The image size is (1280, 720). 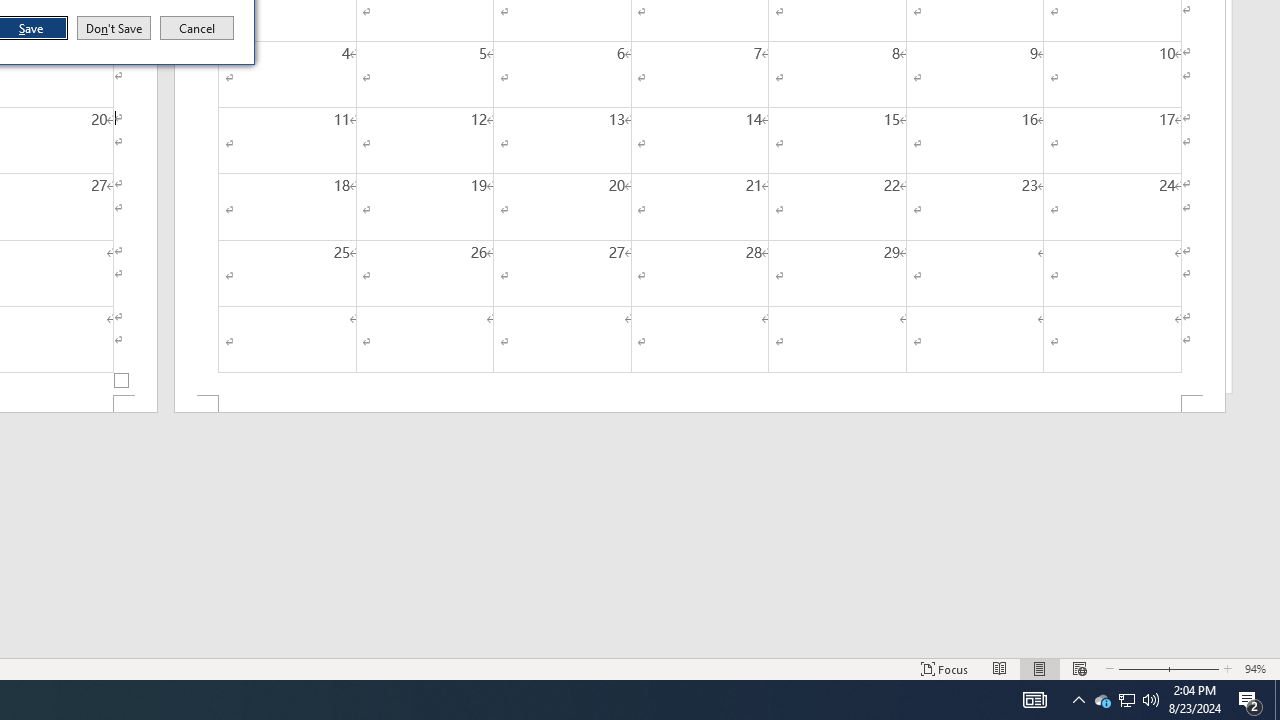 What do you see at coordinates (112, 28) in the screenshot?
I see `'Don'` at bounding box center [112, 28].